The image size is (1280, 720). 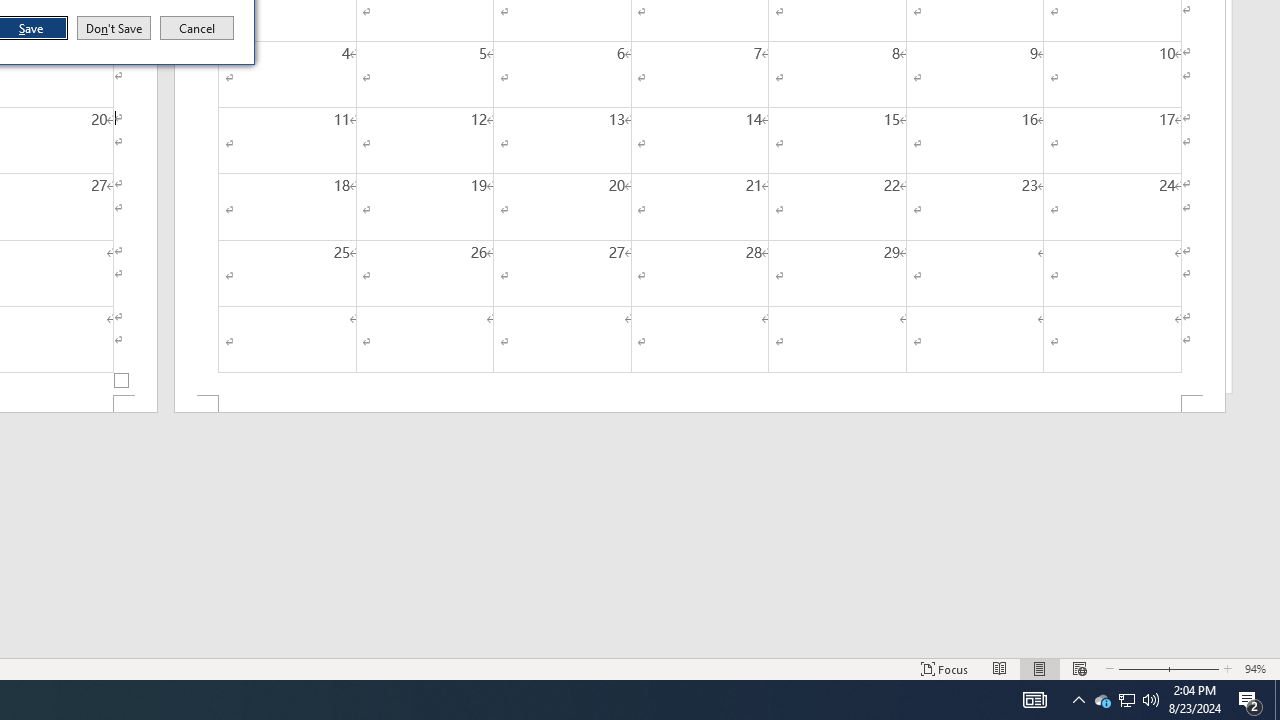 What do you see at coordinates (112, 28) in the screenshot?
I see `'Don'` at bounding box center [112, 28].